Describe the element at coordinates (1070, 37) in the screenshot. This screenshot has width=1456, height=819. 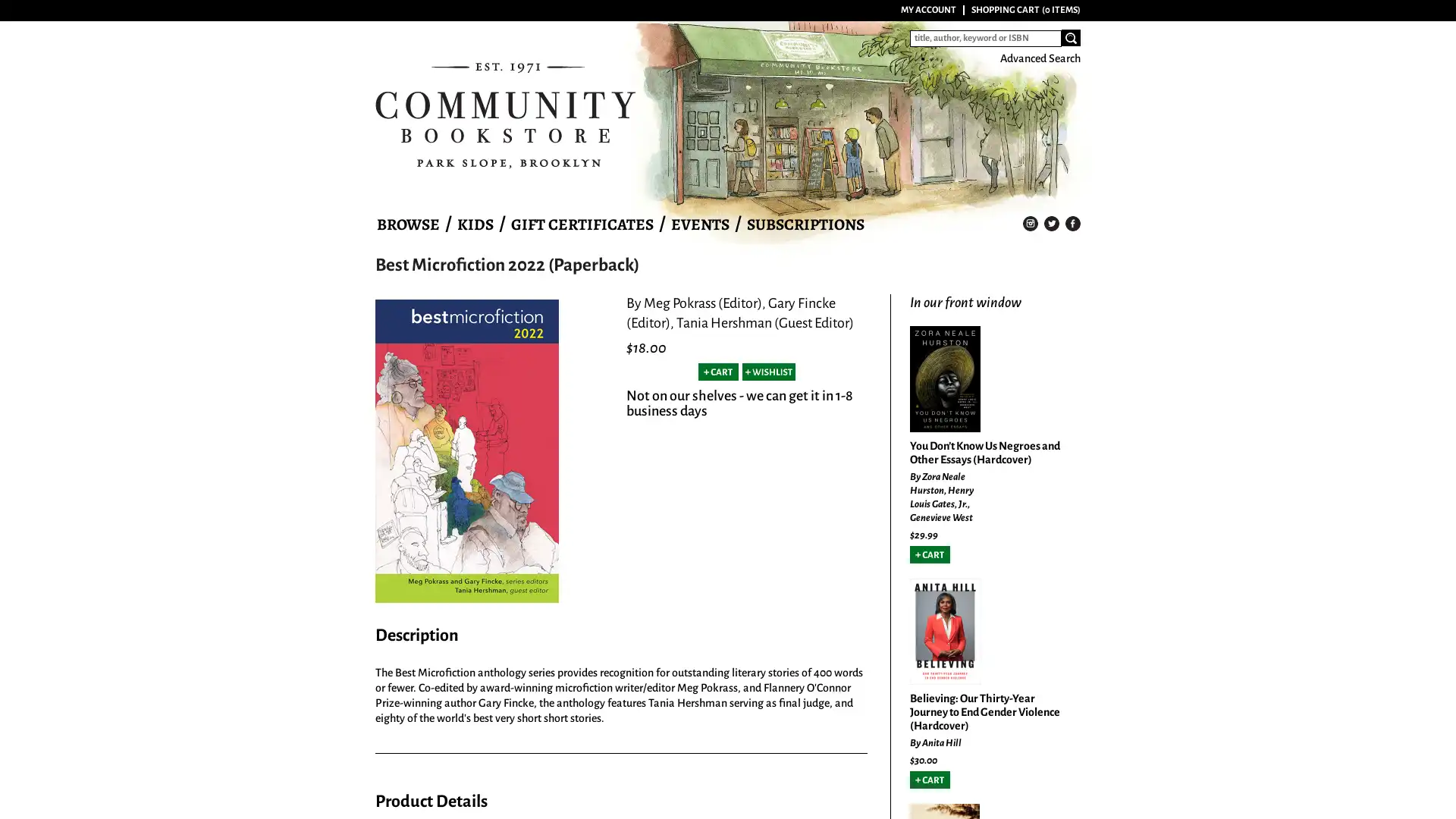
I see `Search` at that location.